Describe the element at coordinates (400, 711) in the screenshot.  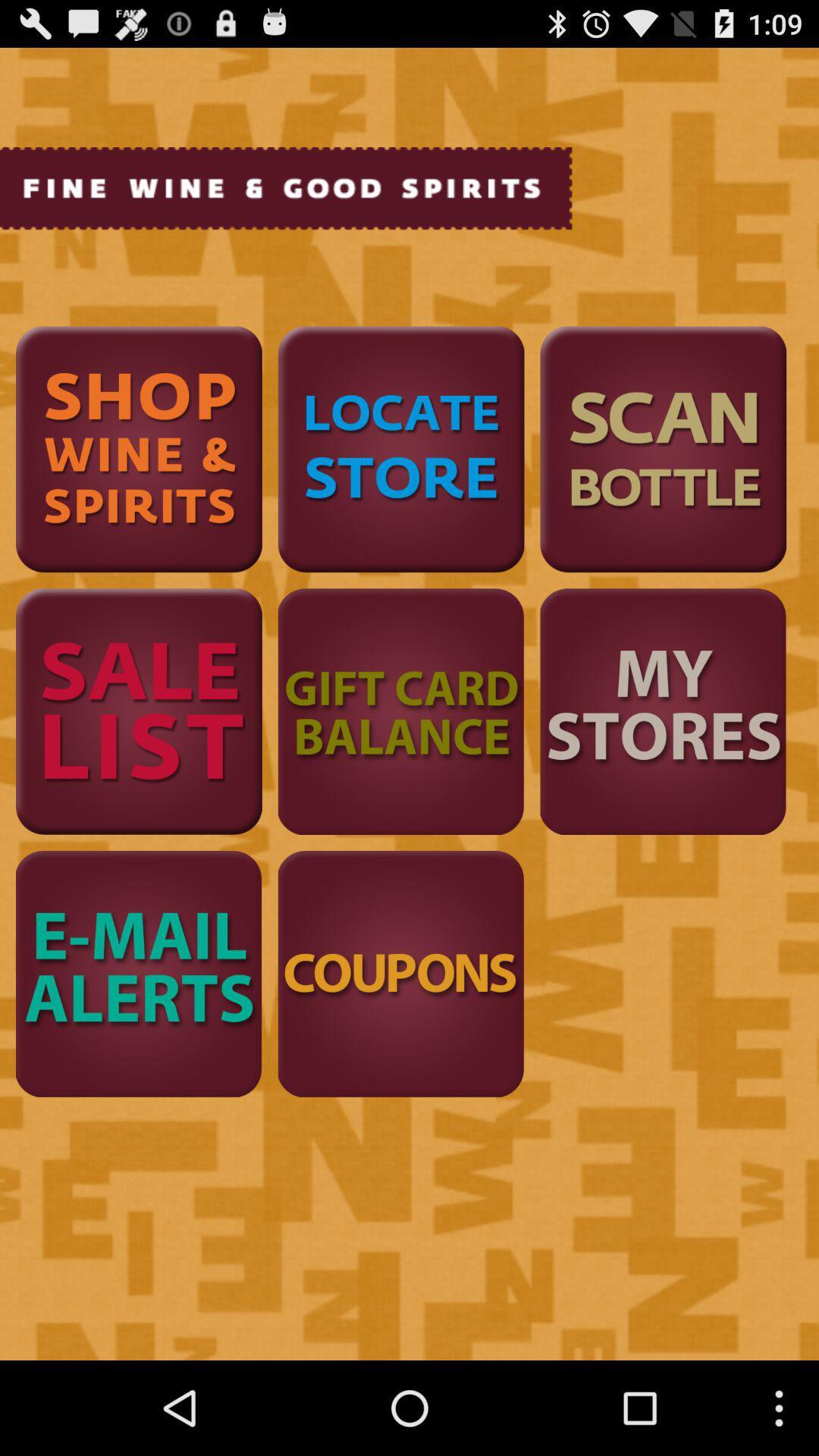
I see `gift card balance` at that location.